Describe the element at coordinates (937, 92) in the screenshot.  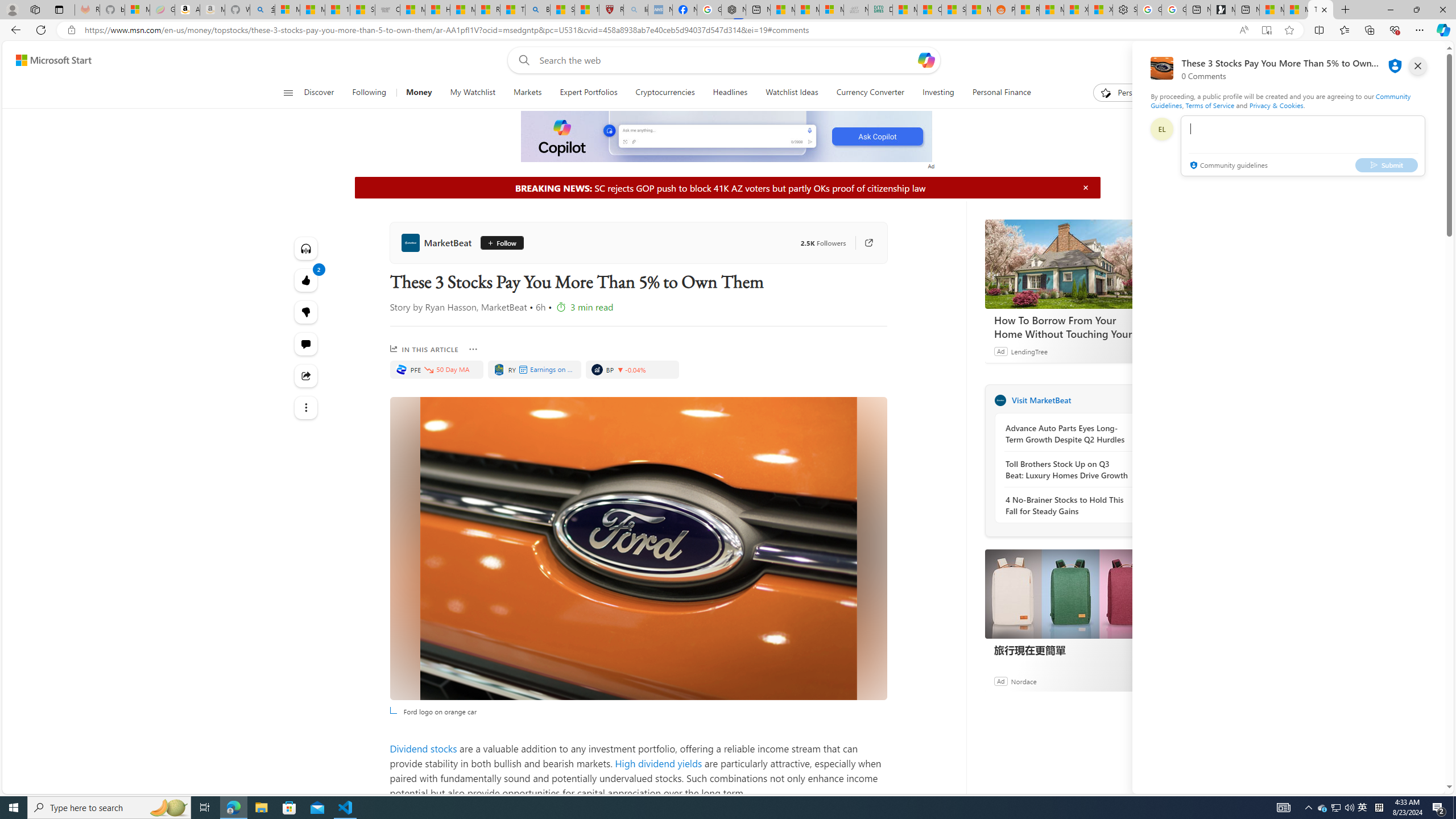
I see `'Investing'` at that location.